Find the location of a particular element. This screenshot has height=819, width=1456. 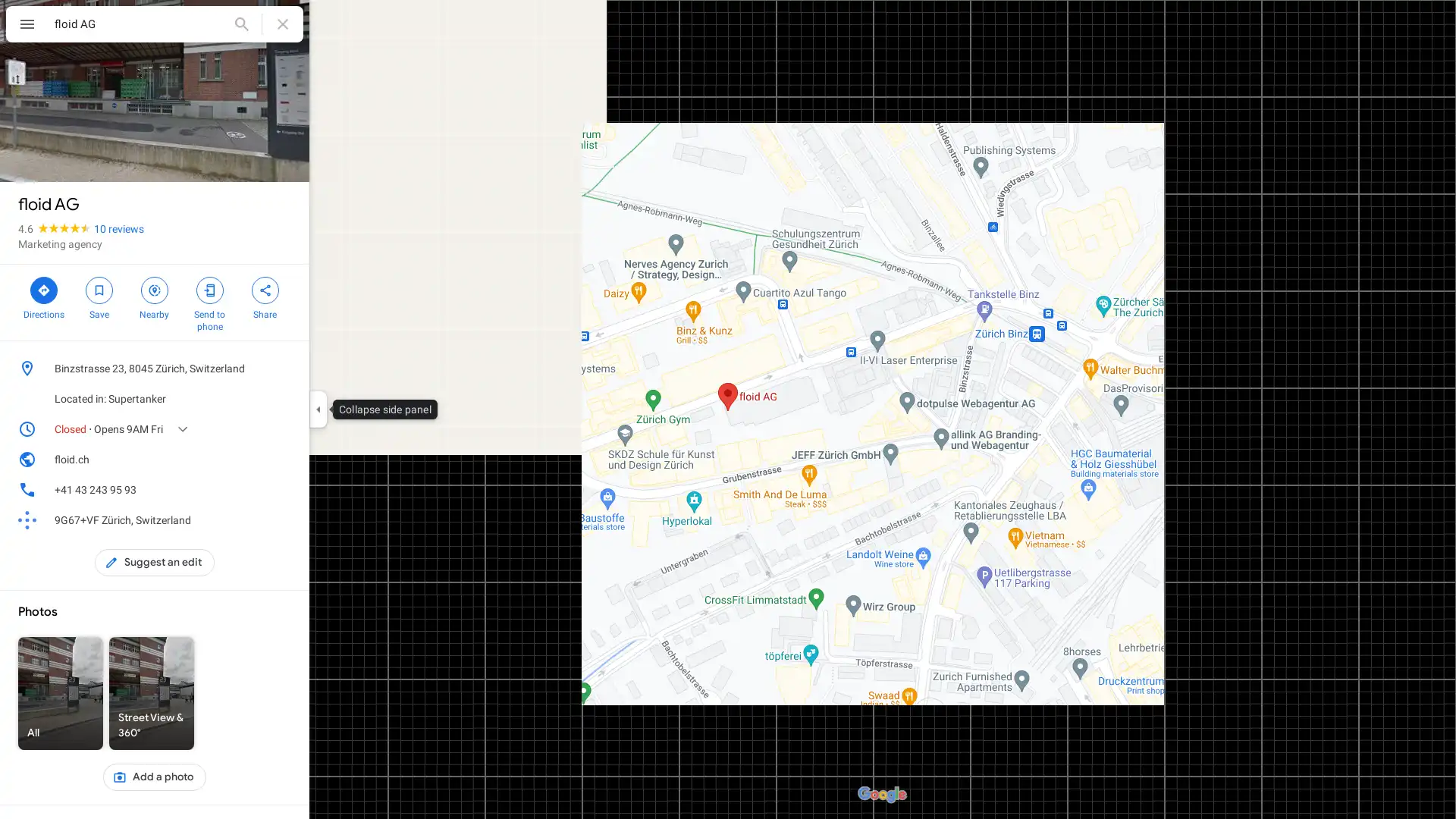

Copy plus code is located at coordinates (261, 519).